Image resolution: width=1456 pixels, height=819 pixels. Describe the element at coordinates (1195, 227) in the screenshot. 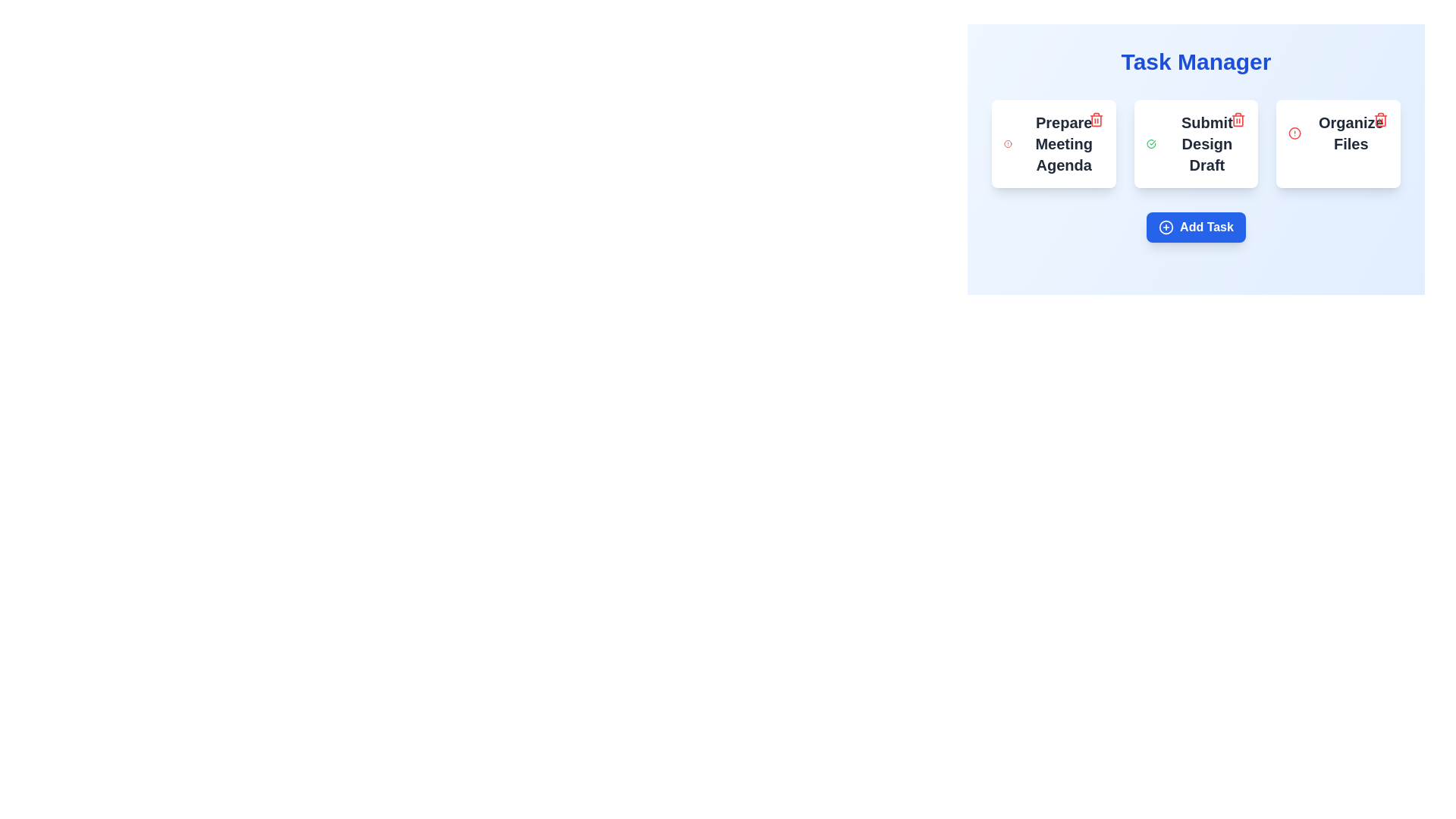

I see `the bright blue 'Add Task' button with rounded corners` at that location.